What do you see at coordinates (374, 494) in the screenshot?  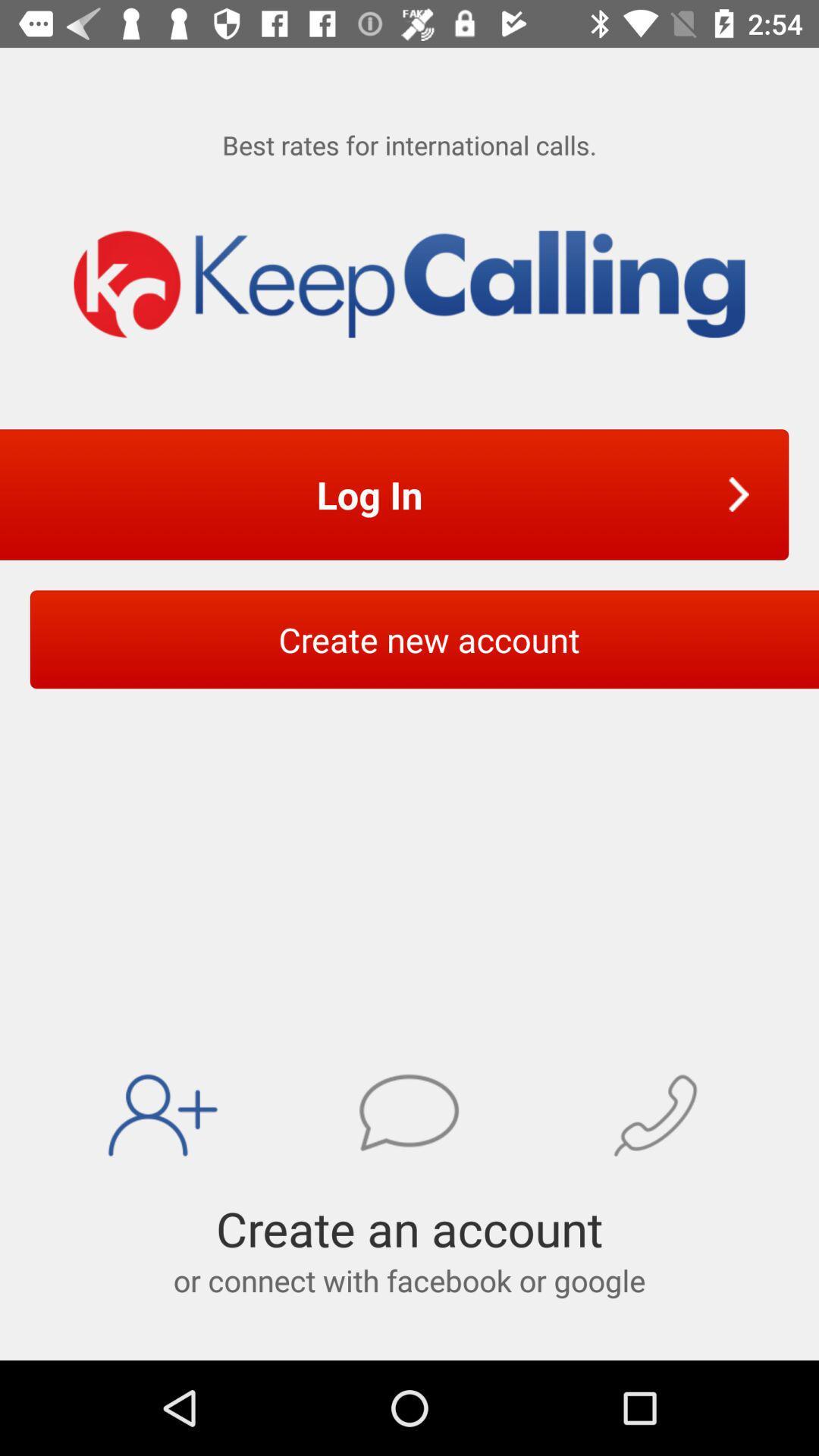 I see `the log in item` at bounding box center [374, 494].